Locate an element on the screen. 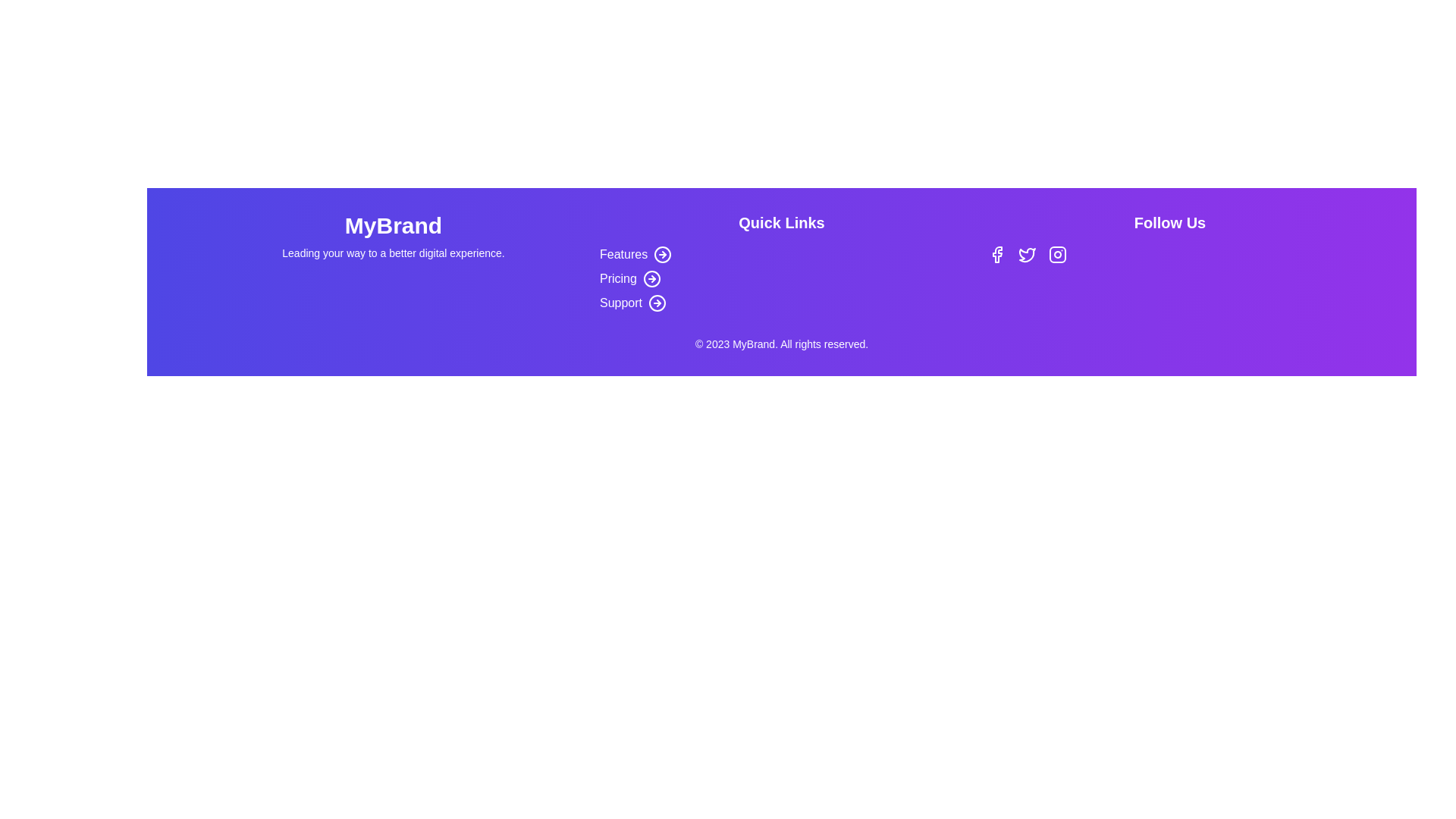 The image size is (1456, 819). text element displaying 'Follow Us' which is styled in bold white font against a gradient purple background, located in the footer above social media icons is located at coordinates (1169, 222).